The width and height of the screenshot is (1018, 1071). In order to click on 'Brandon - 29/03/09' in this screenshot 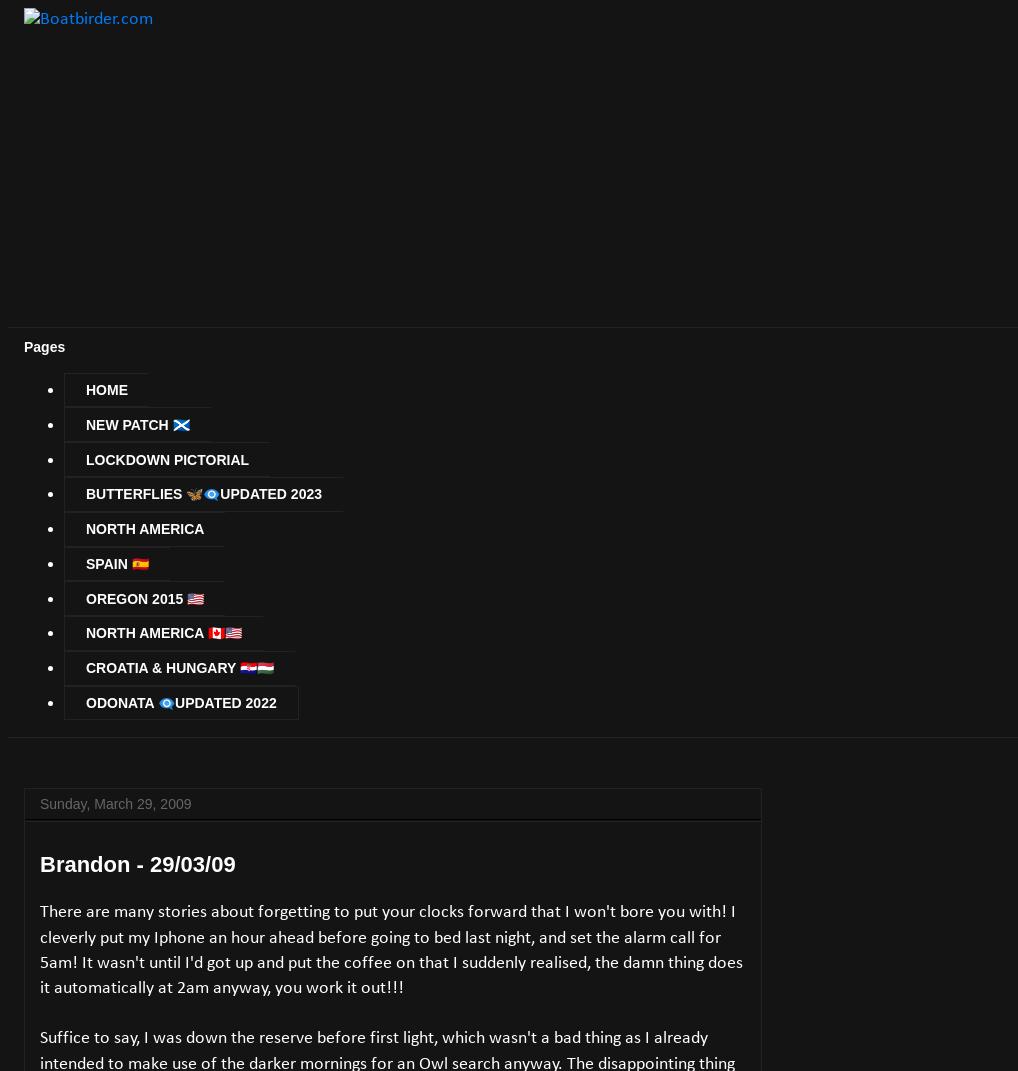, I will do `click(39, 864)`.